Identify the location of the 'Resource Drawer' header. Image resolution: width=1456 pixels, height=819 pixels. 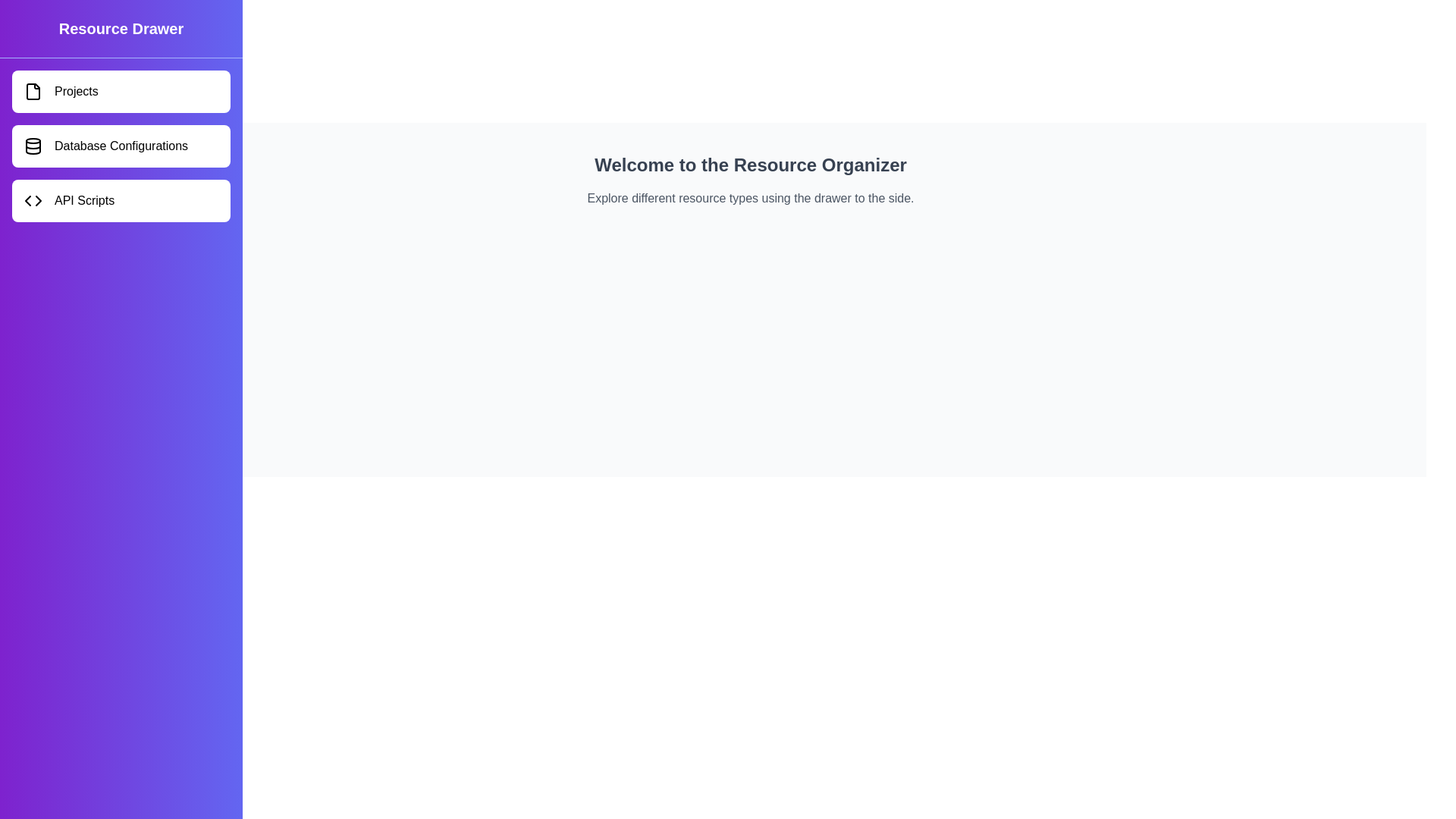
(120, 29).